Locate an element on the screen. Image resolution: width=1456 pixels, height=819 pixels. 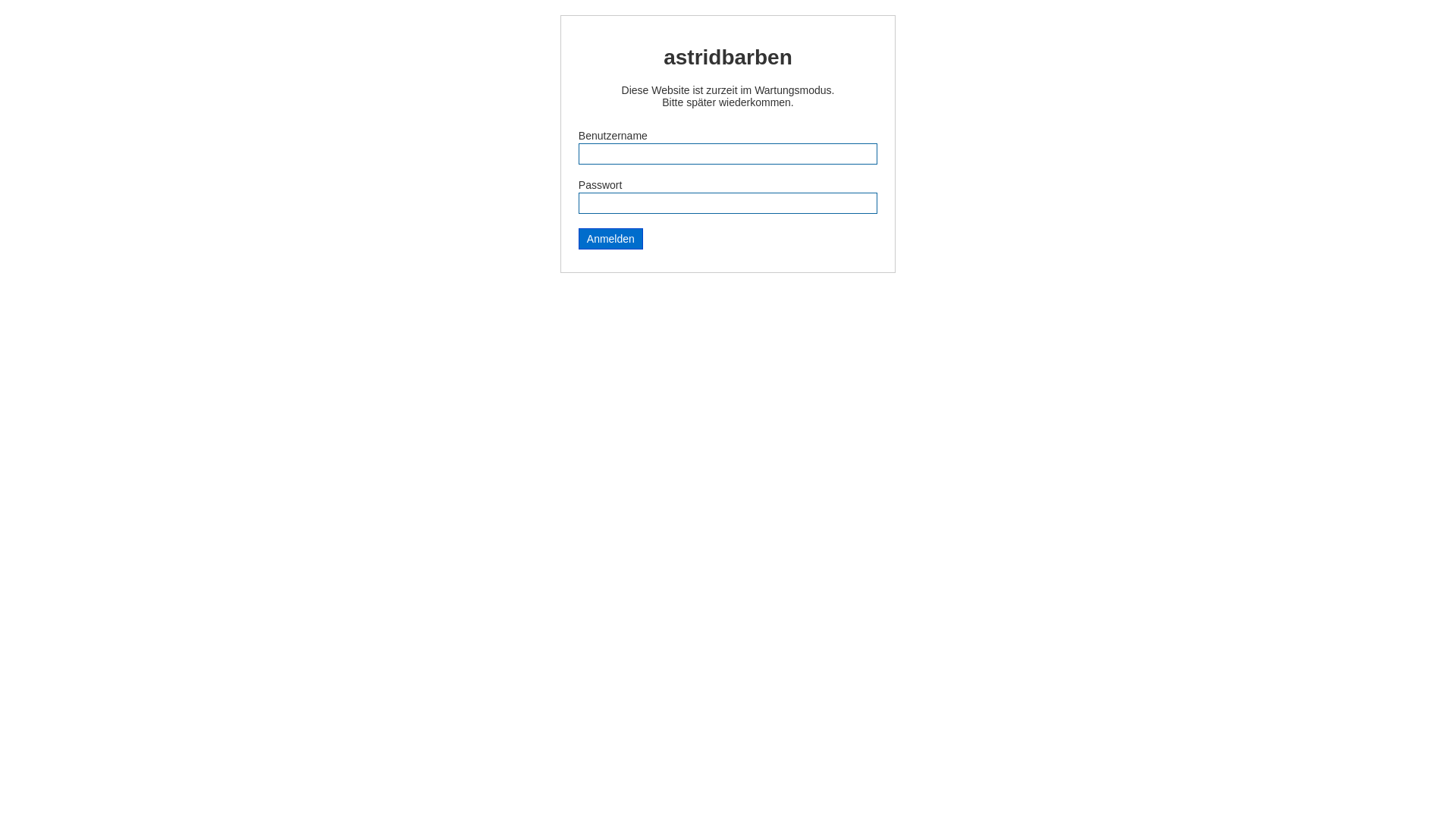
'Anmelden' is located at coordinates (578, 239).